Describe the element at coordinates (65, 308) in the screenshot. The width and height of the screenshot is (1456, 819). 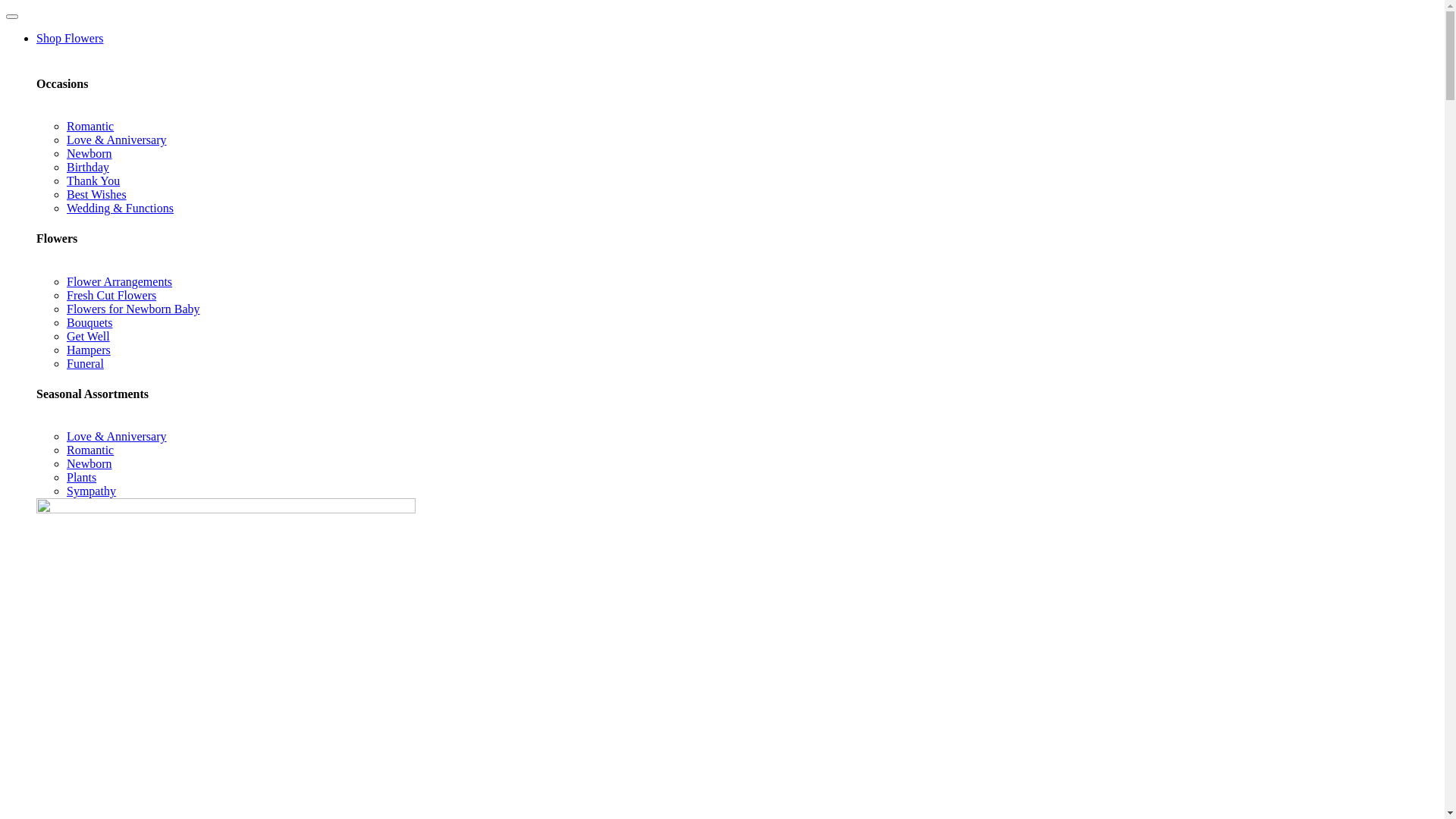
I see `'Flowers for Newborn Baby'` at that location.